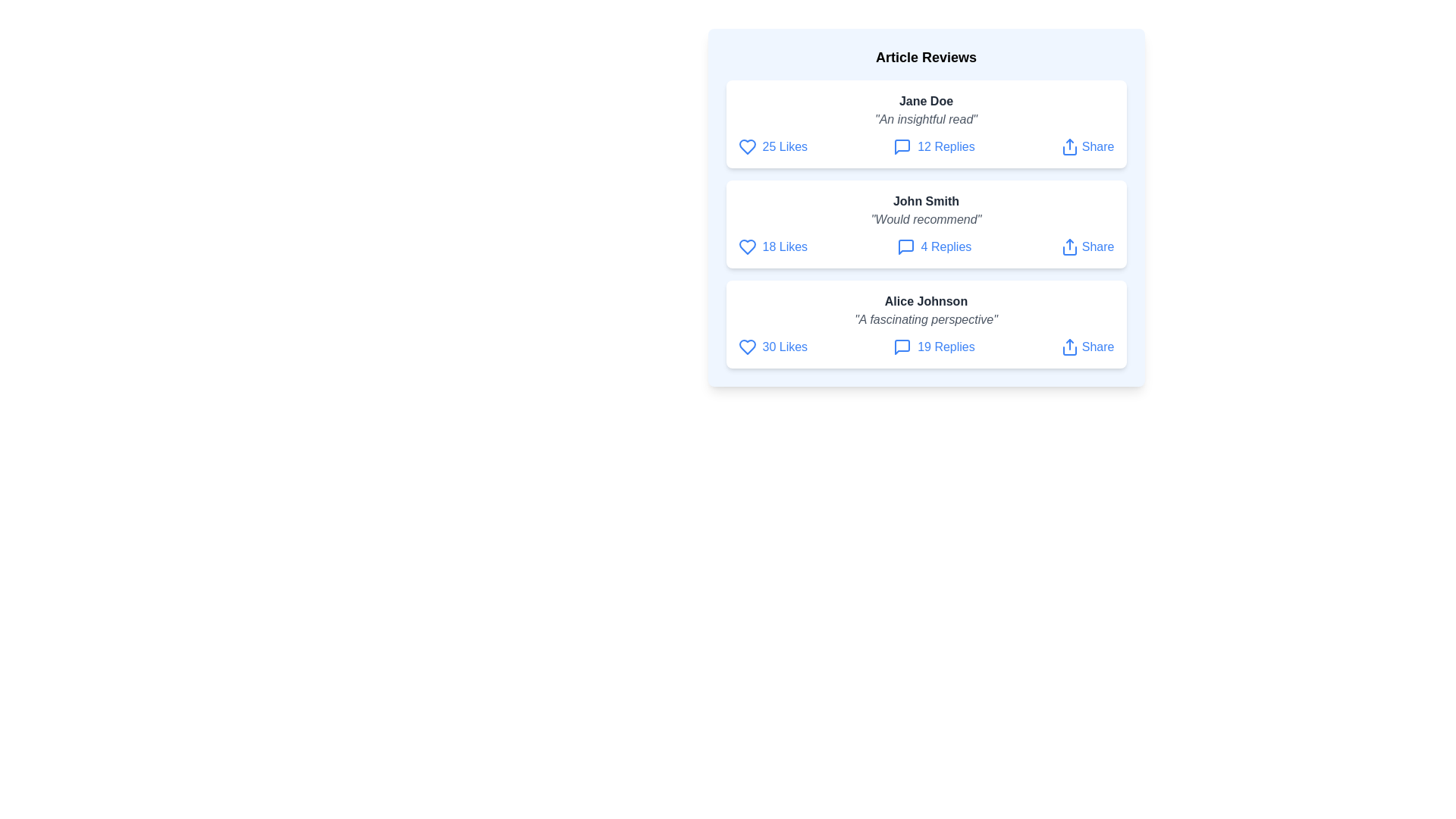  What do you see at coordinates (933, 146) in the screenshot?
I see `the replies button for the review by Jane Doe` at bounding box center [933, 146].